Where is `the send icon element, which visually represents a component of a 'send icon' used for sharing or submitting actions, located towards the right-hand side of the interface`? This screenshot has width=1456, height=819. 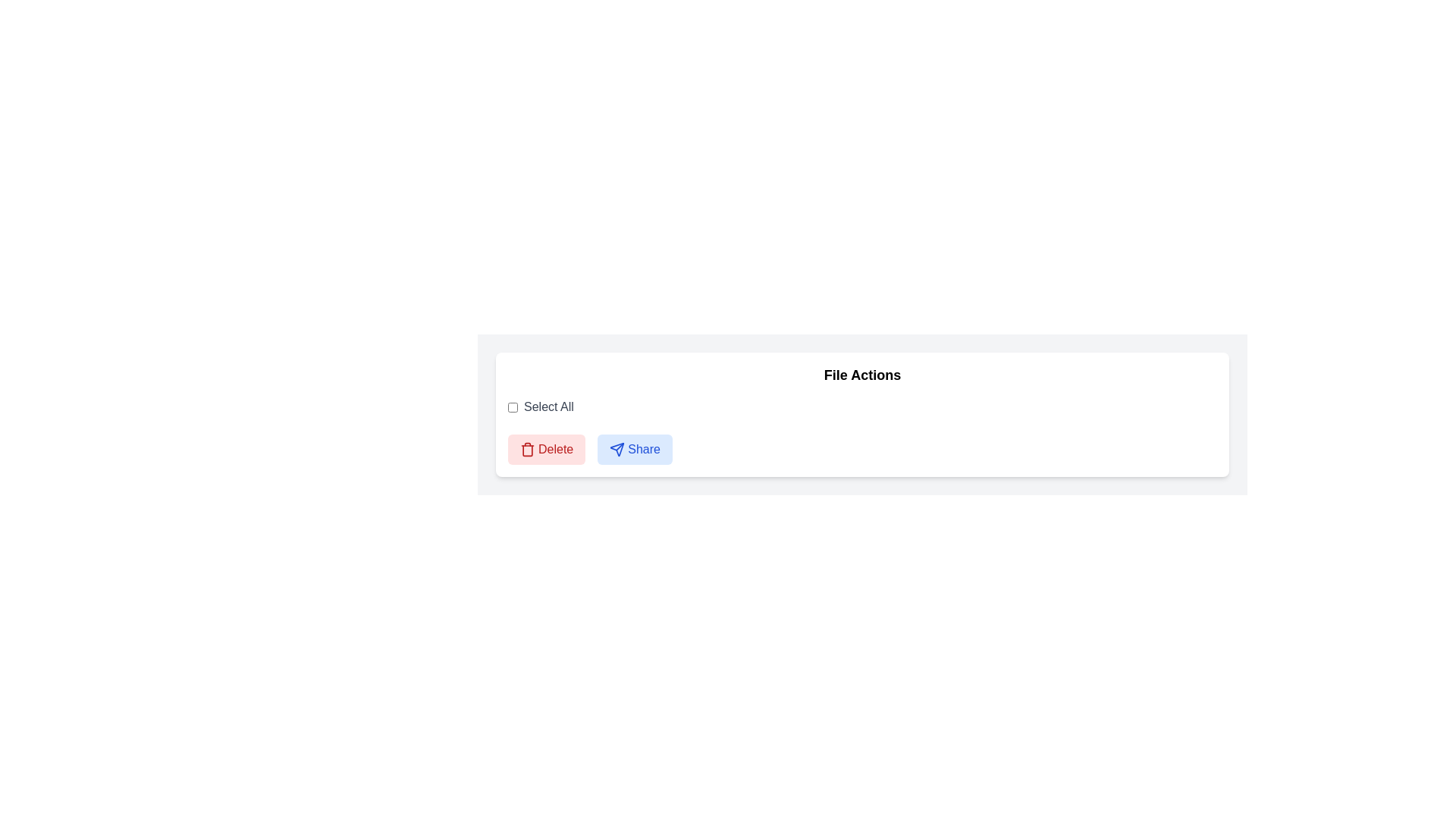 the send icon element, which visually represents a component of a 'send icon' used for sharing or submitting actions, located towards the right-hand side of the interface is located at coordinates (617, 449).